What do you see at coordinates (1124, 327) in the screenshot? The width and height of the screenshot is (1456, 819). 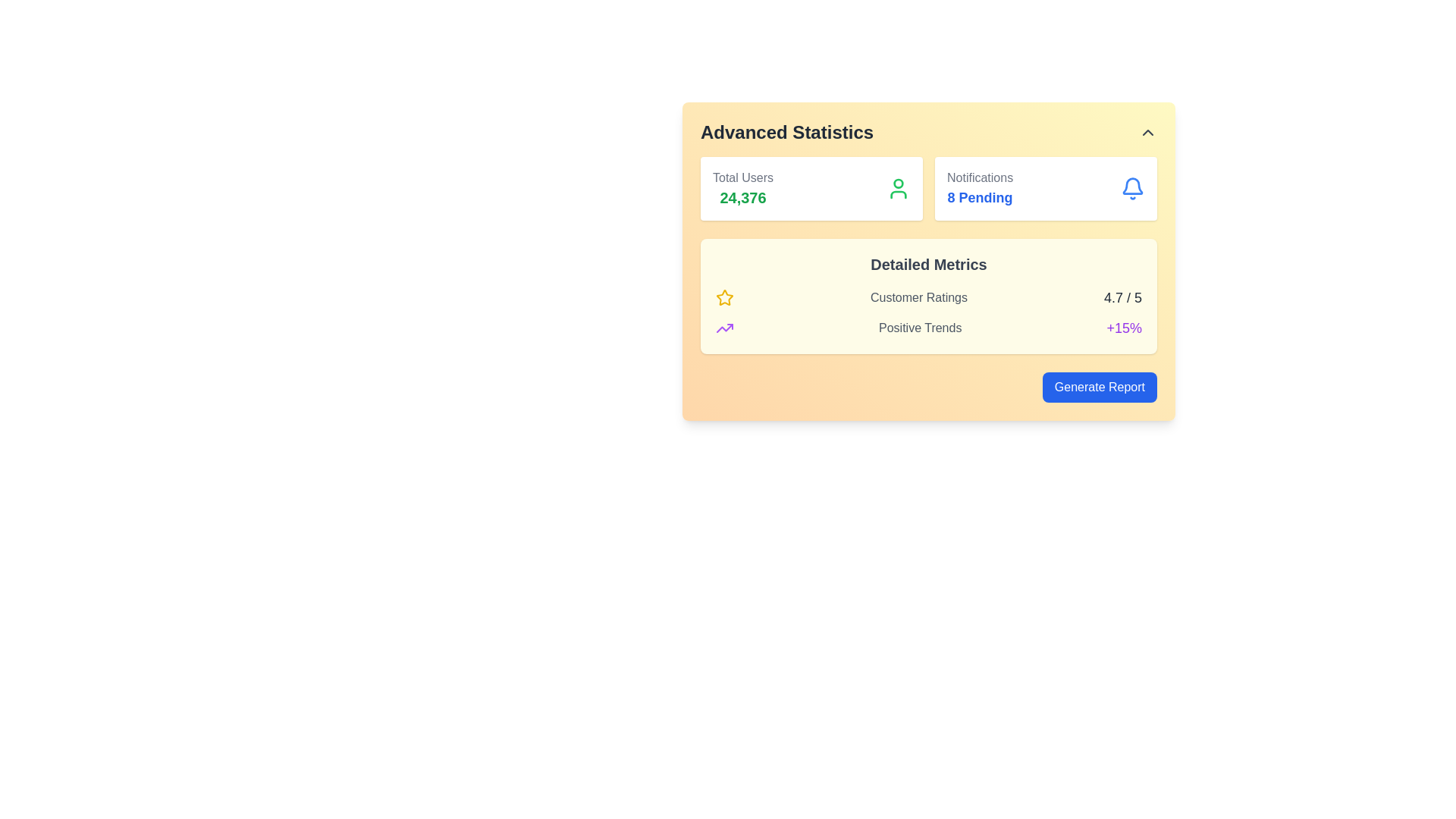 I see `the 'Positive Trends' text label that indicates growth or improvement in the corresponding metric, positioned at the far right of the row` at bounding box center [1124, 327].